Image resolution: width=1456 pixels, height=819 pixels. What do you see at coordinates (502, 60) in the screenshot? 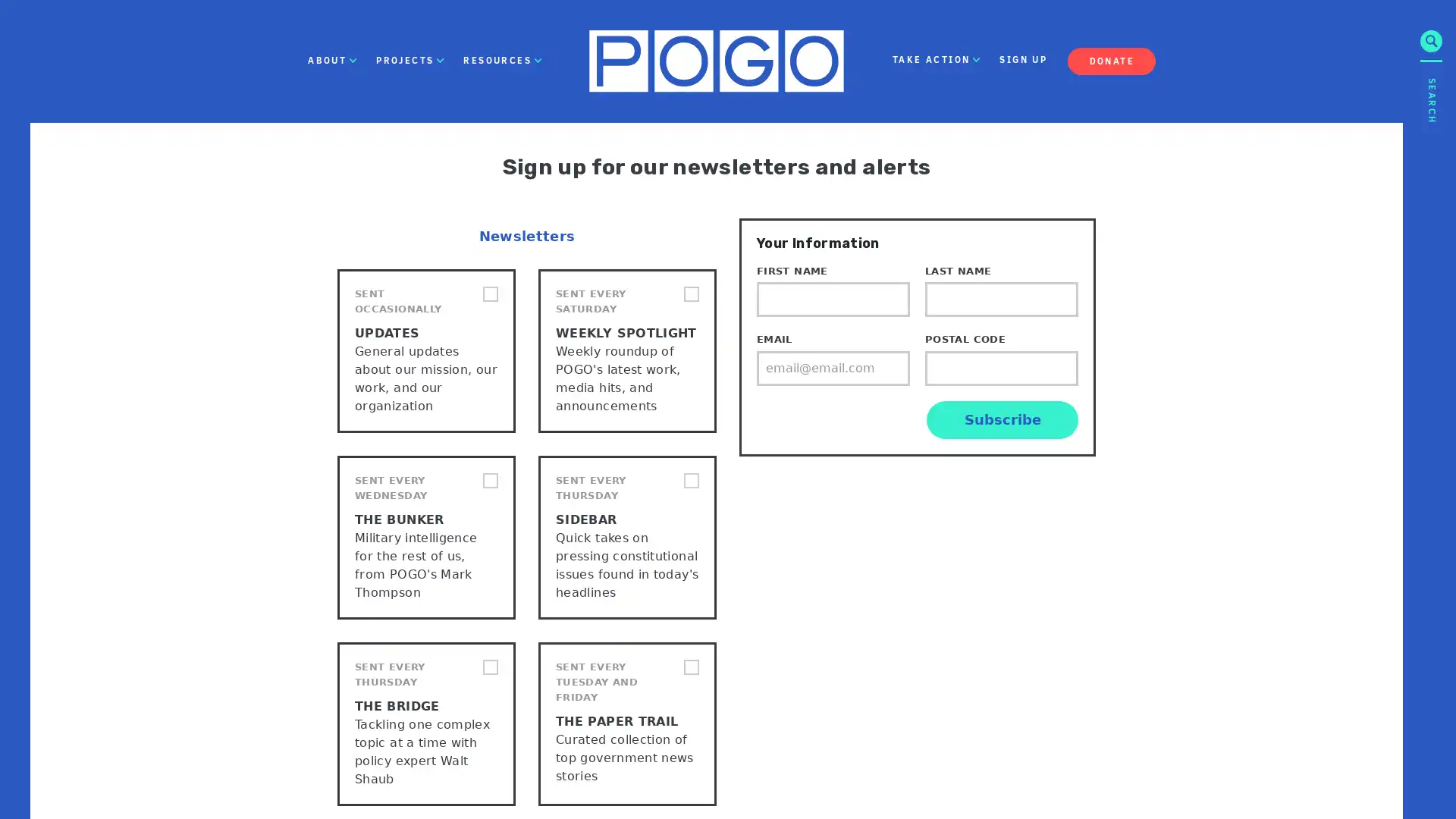
I see `RESOURCES` at bounding box center [502, 60].